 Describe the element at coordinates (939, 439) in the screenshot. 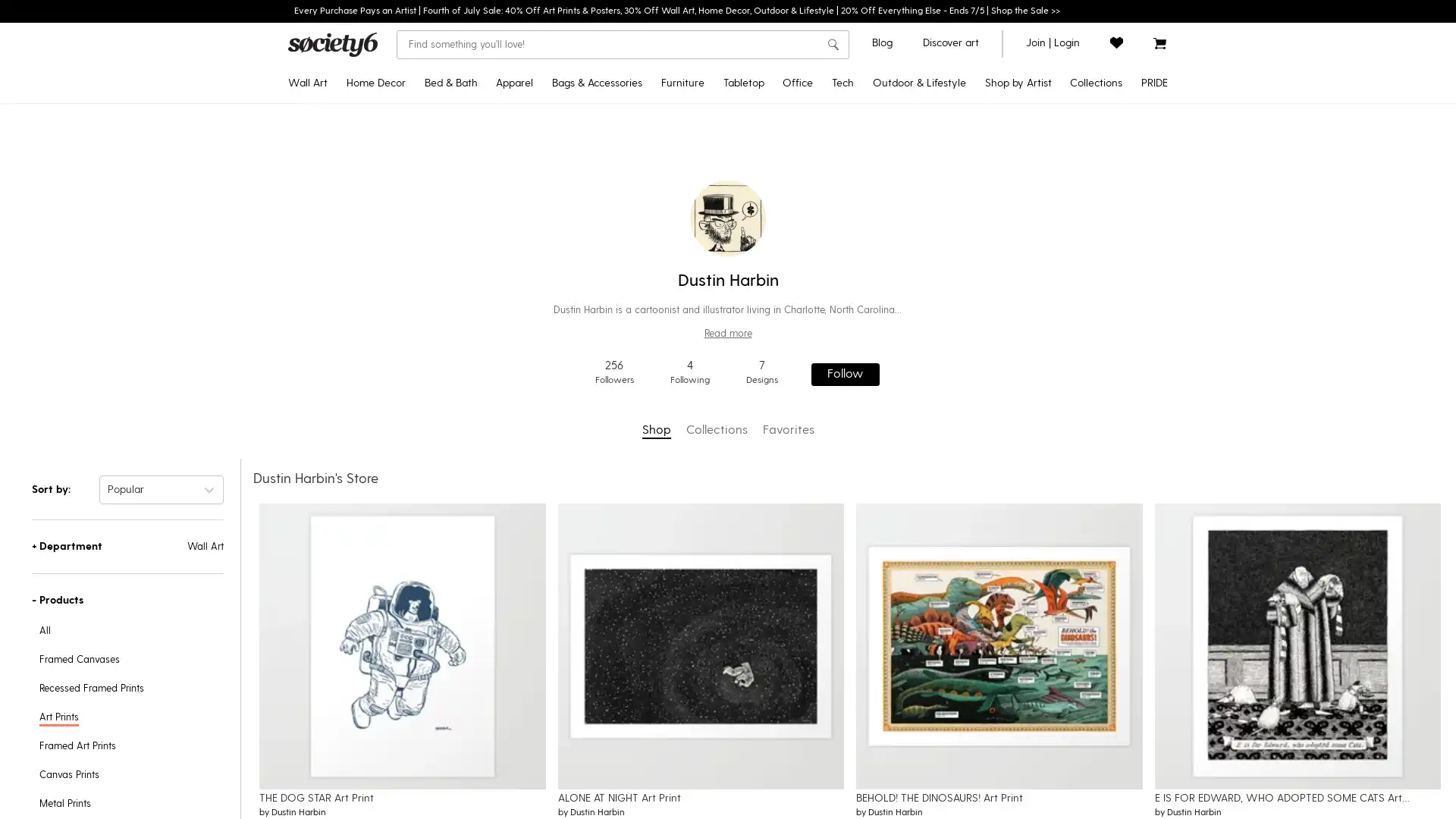

I see `Floor Cushions` at that location.